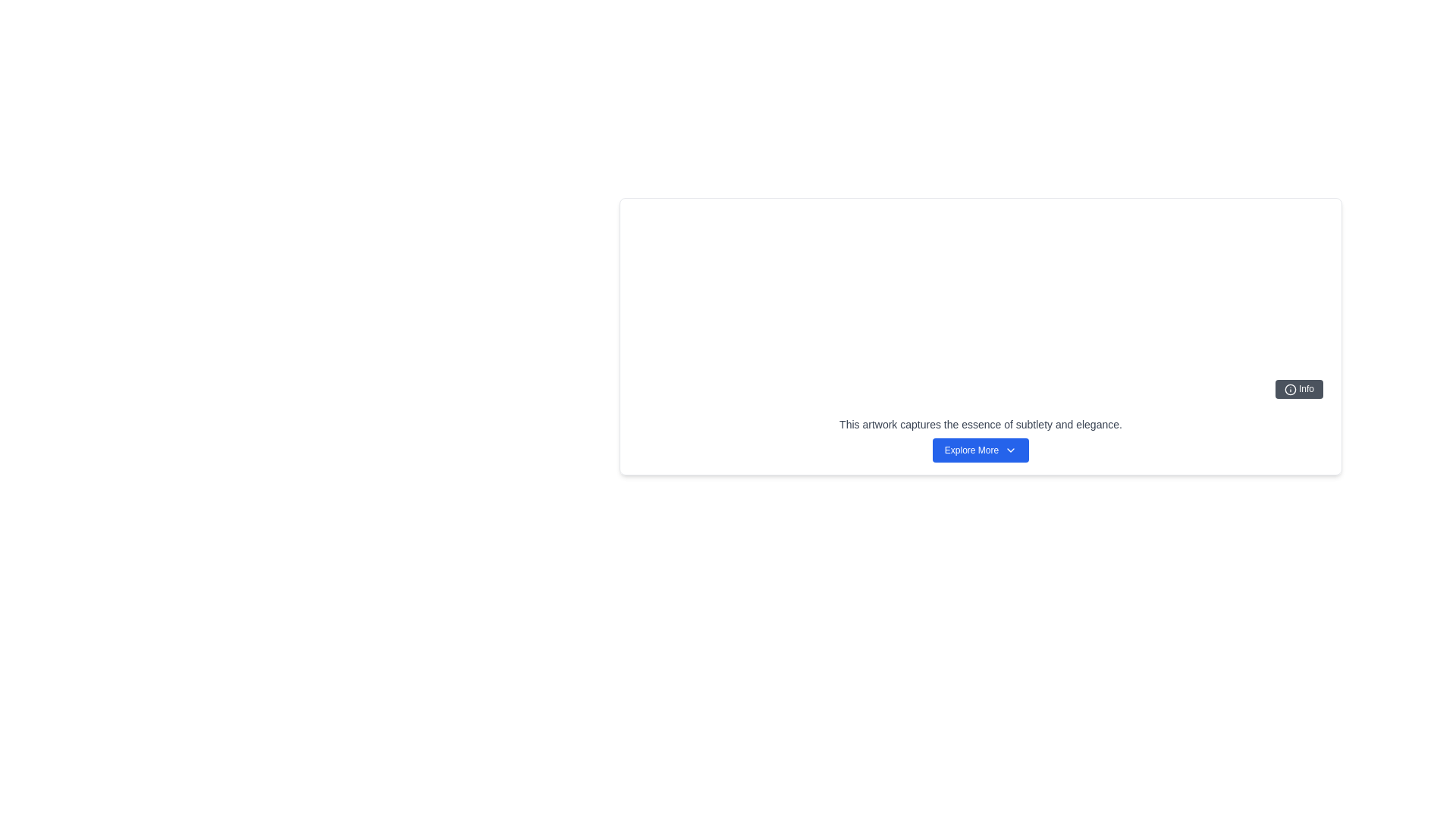  What do you see at coordinates (1289, 388) in the screenshot?
I see `the circular icon with an 'I' symbol in its center, located at the bottom-right corner of the 'Info' button, to get more information` at bounding box center [1289, 388].